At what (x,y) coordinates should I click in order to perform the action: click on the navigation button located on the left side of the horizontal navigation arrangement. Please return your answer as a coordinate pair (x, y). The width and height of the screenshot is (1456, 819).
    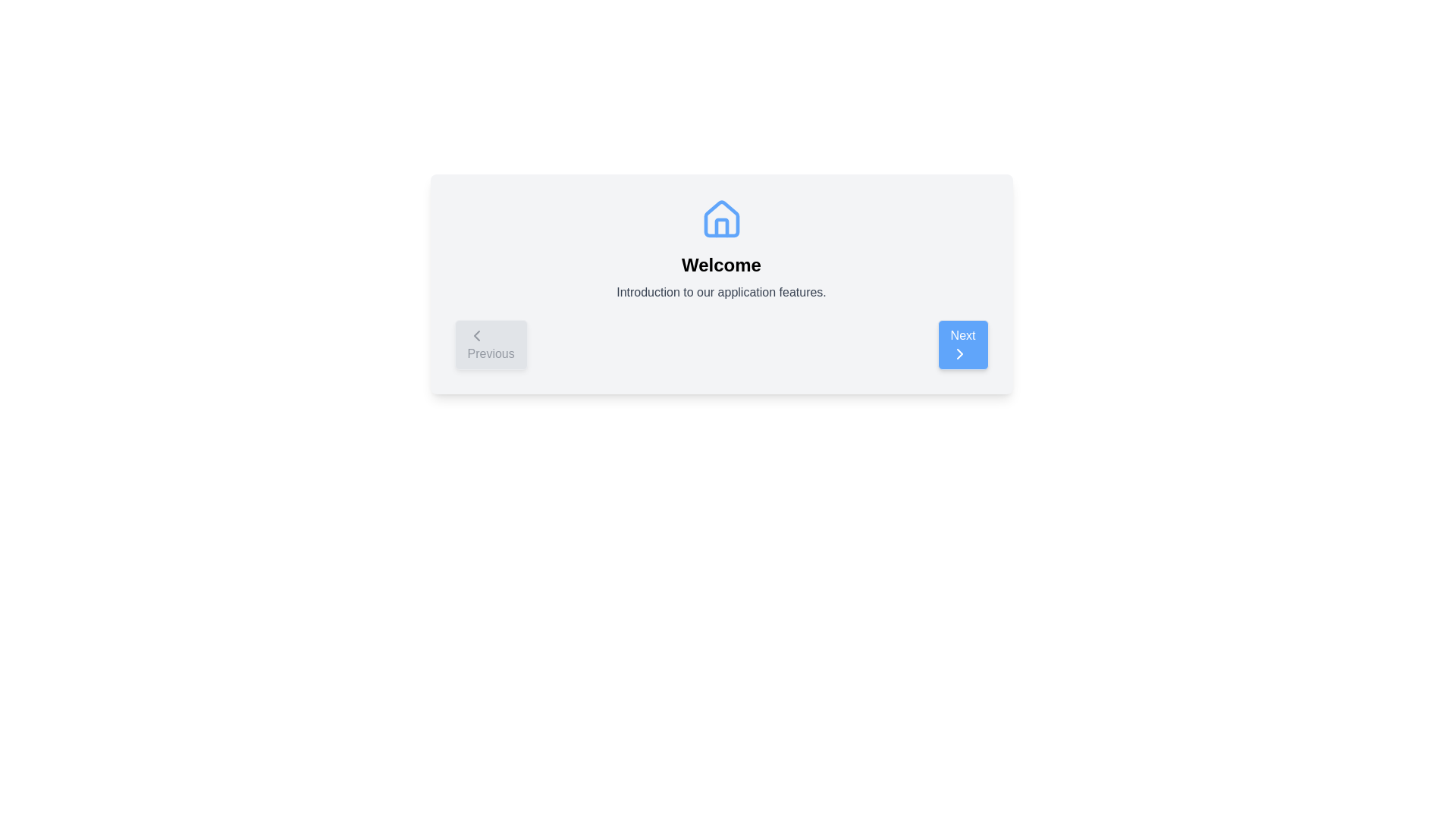
    Looking at the image, I should click on (491, 345).